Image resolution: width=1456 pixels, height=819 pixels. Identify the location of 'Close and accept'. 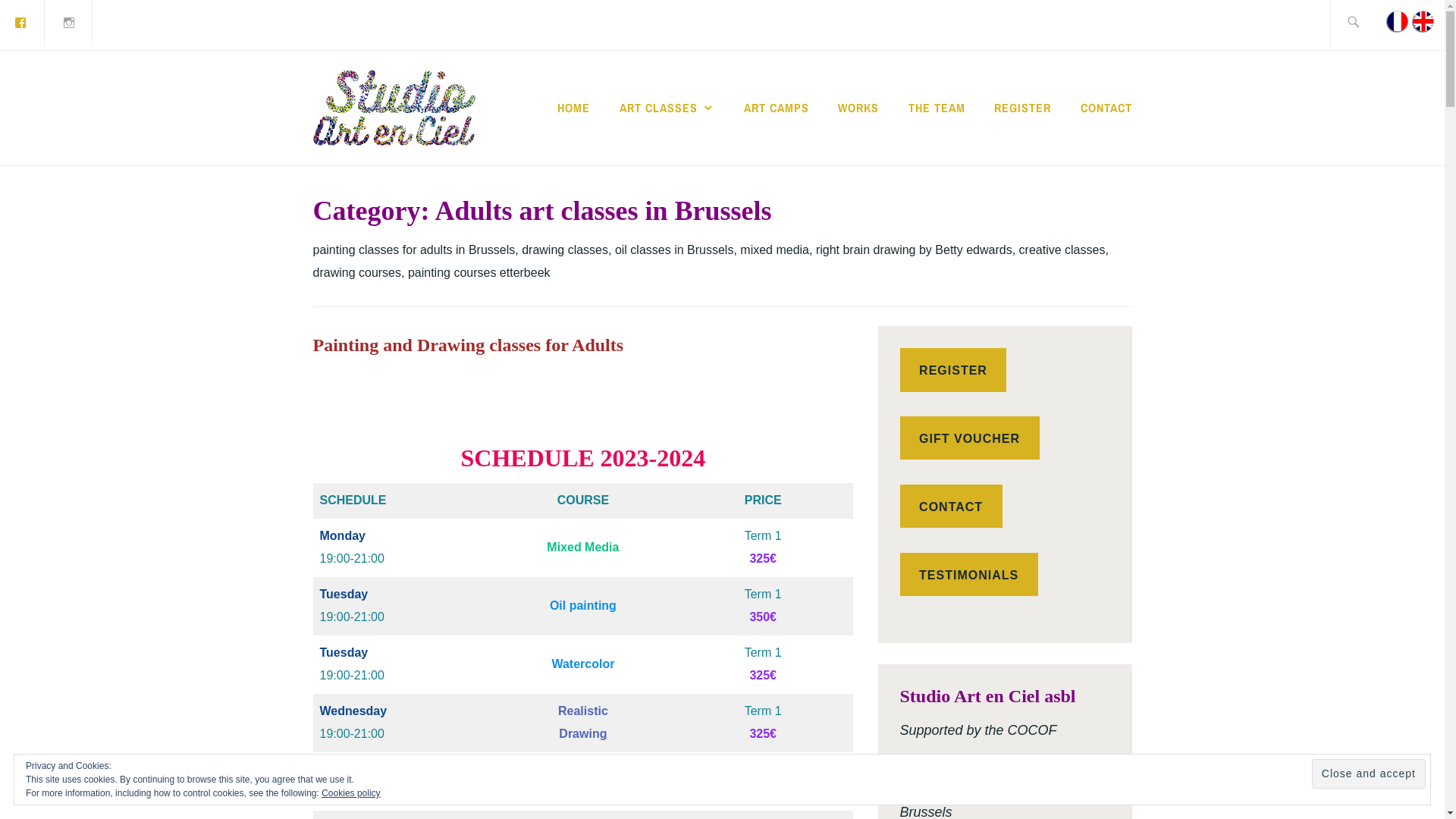
(1368, 773).